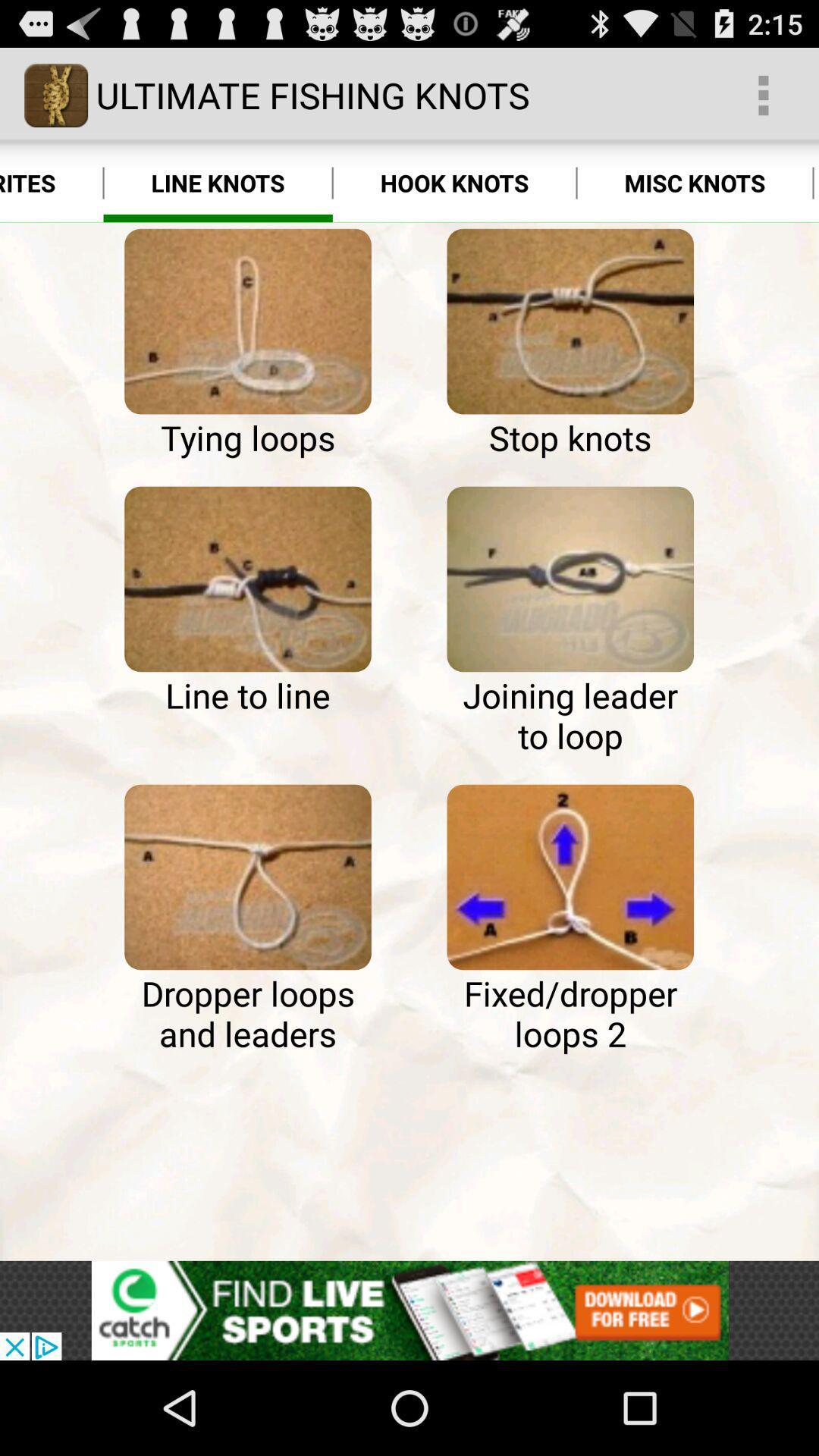 This screenshot has width=819, height=1456. Describe the element at coordinates (570, 877) in the screenshot. I see `fixed/dropper loops 2` at that location.